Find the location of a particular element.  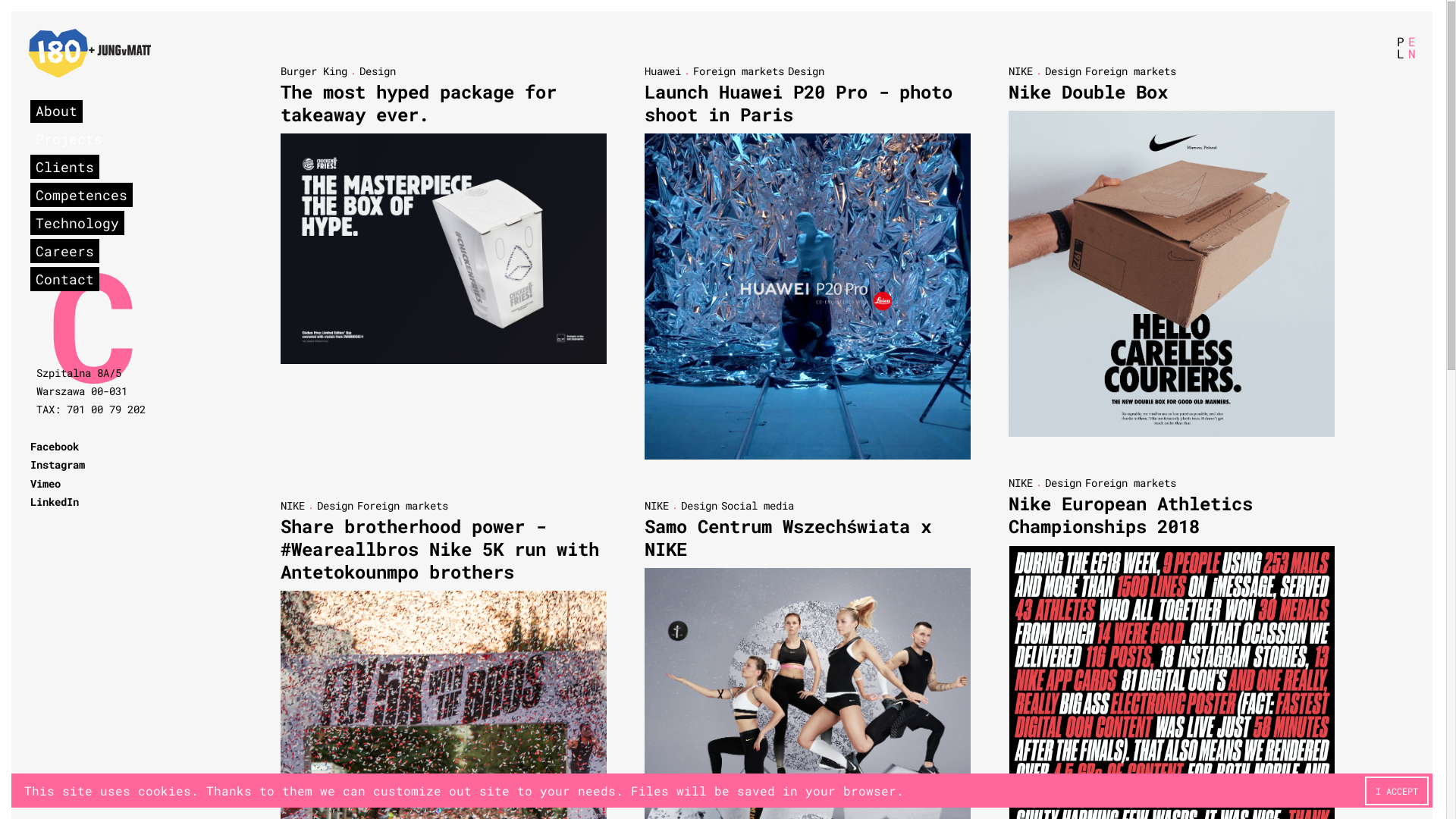

'Launch Huawei P20 Pro - photo shoot in Paris' is located at coordinates (797, 104).